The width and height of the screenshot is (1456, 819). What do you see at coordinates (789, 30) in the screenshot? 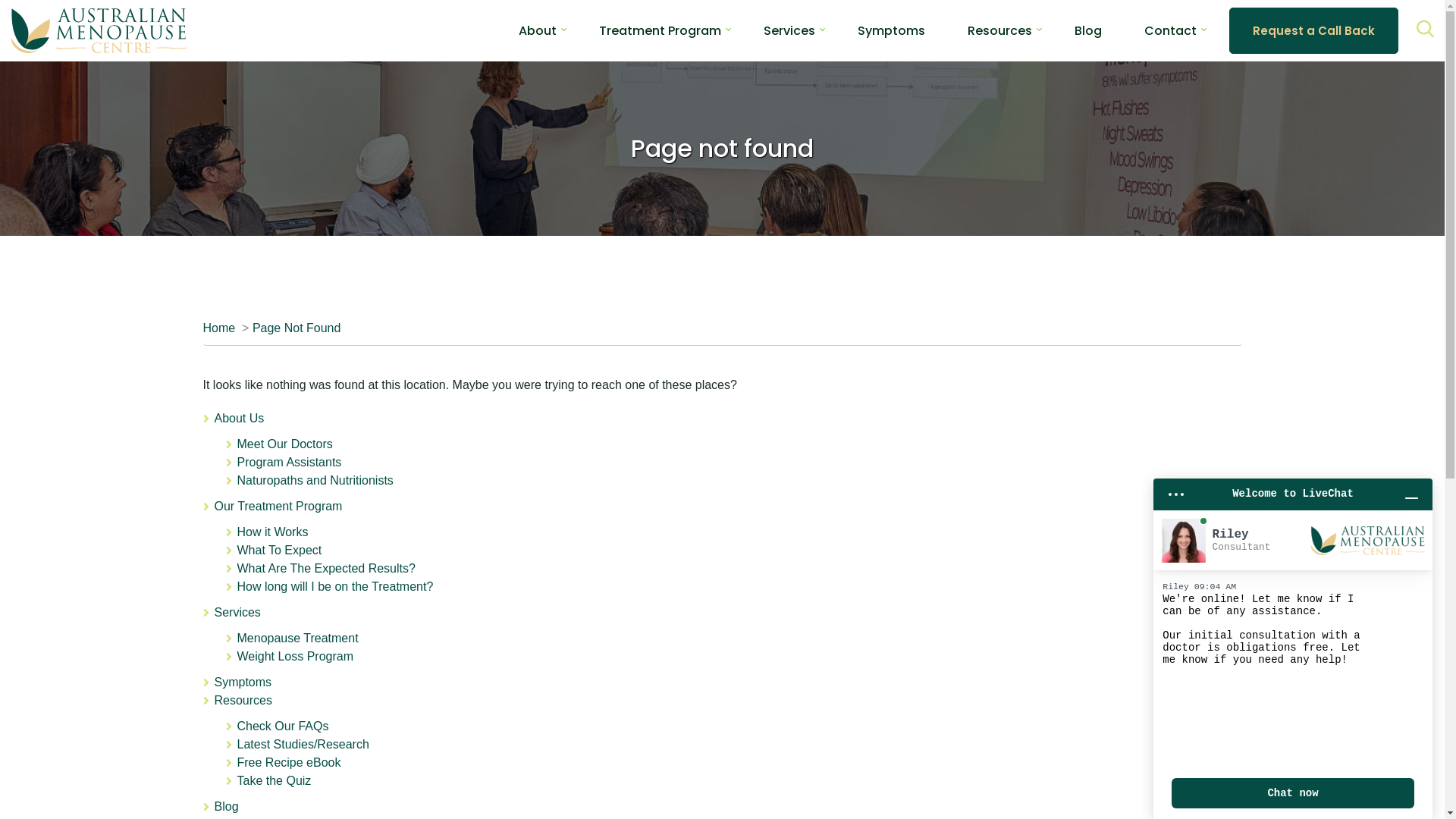
I see `'Services'` at bounding box center [789, 30].